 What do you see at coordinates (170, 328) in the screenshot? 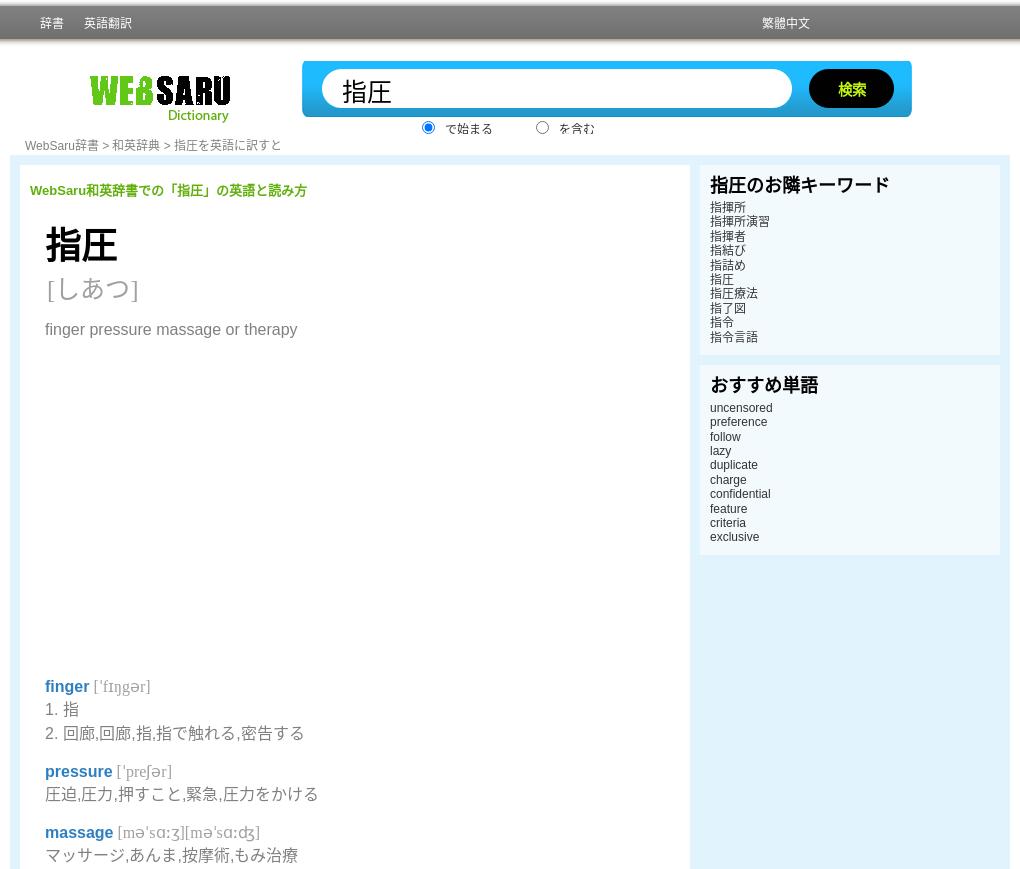
I see `'finger pressure massage or therapy'` at bounding box center [170, 328].